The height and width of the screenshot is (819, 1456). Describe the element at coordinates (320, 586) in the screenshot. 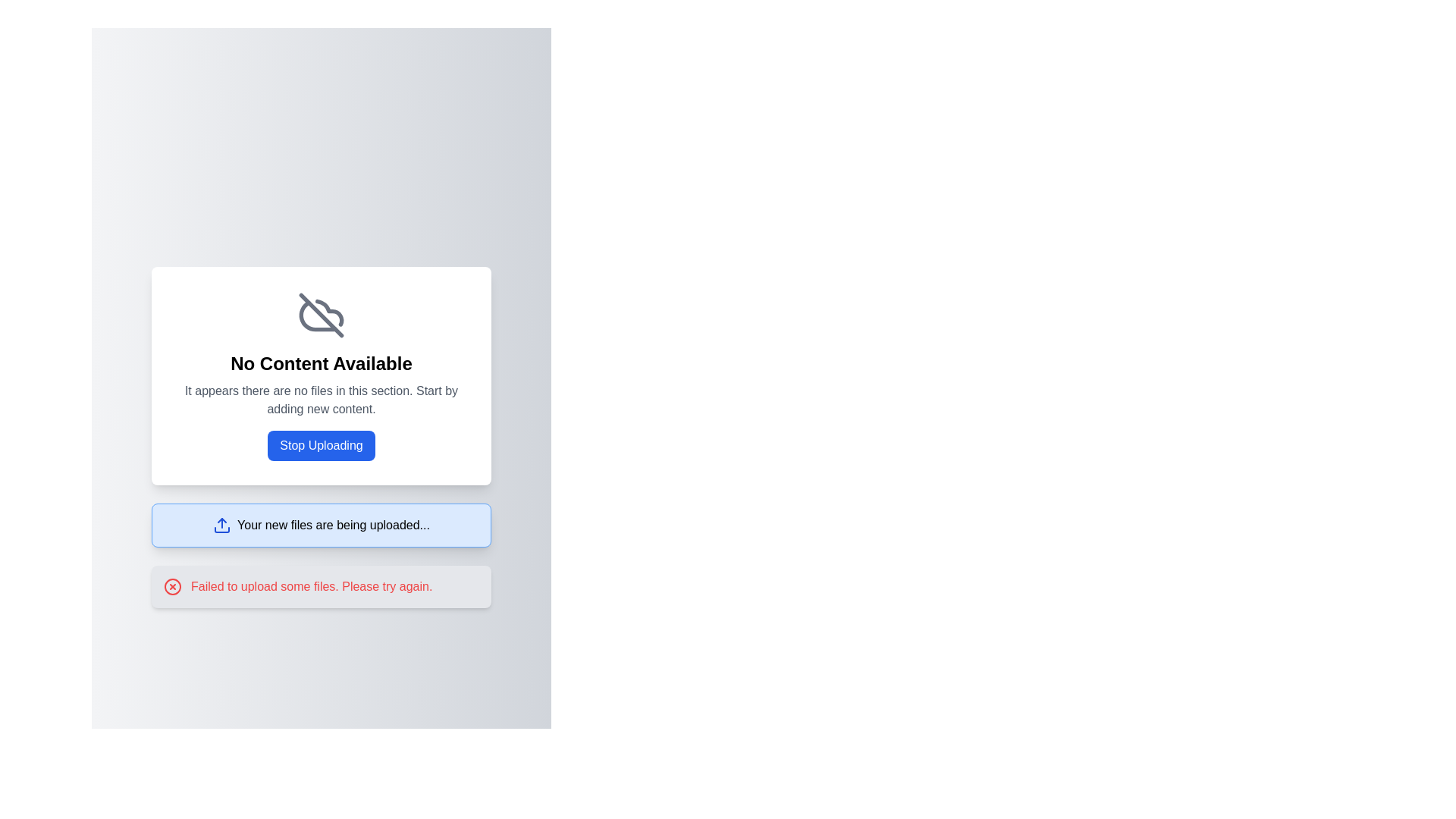

I see `error message displayed in the Notification box with a red error icon stating 'Failed to upload some files. Please try again.'` at that location.